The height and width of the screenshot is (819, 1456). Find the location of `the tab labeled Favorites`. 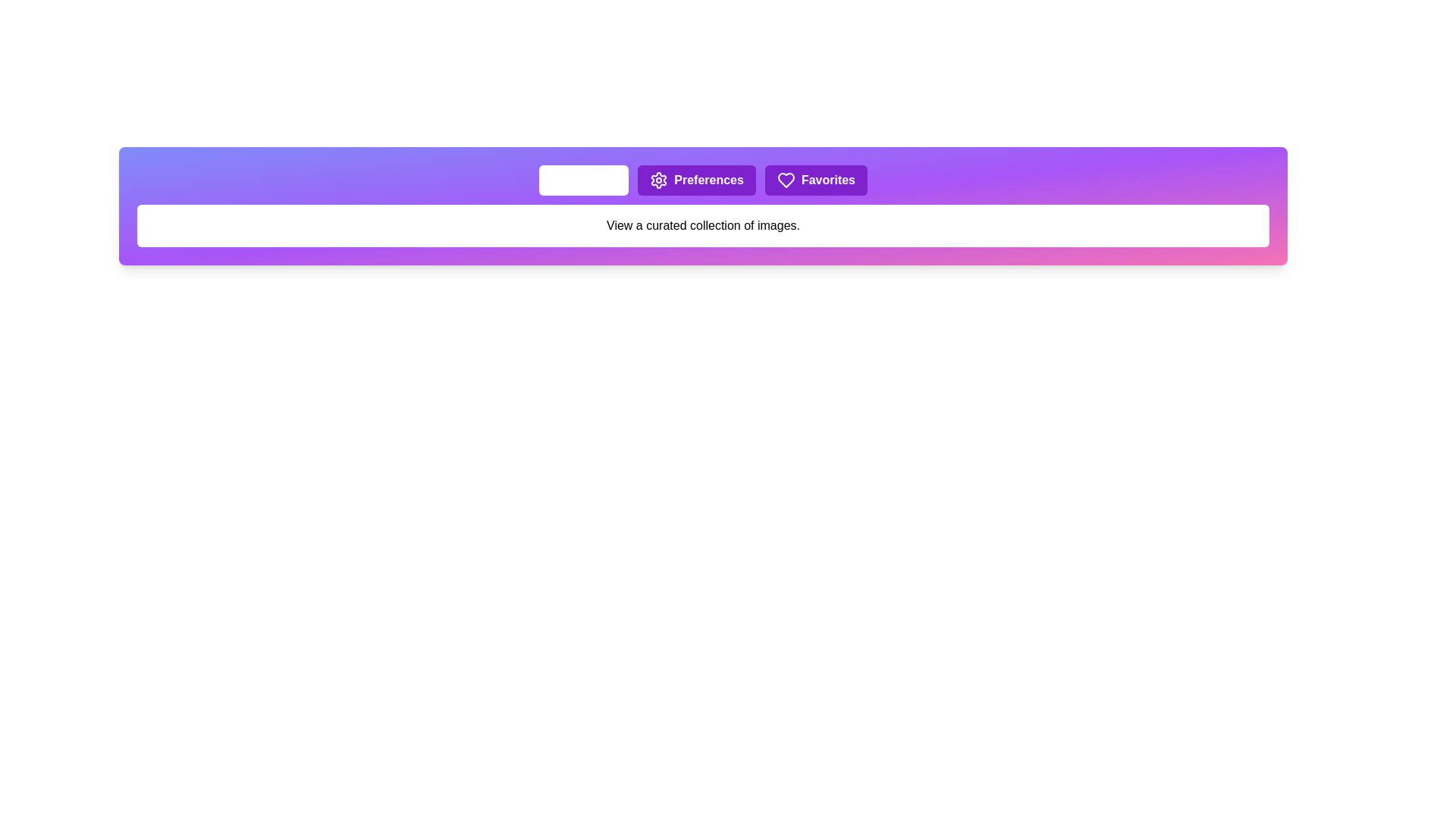

the tab labeled Favorites is located at coordinates (814, 180).